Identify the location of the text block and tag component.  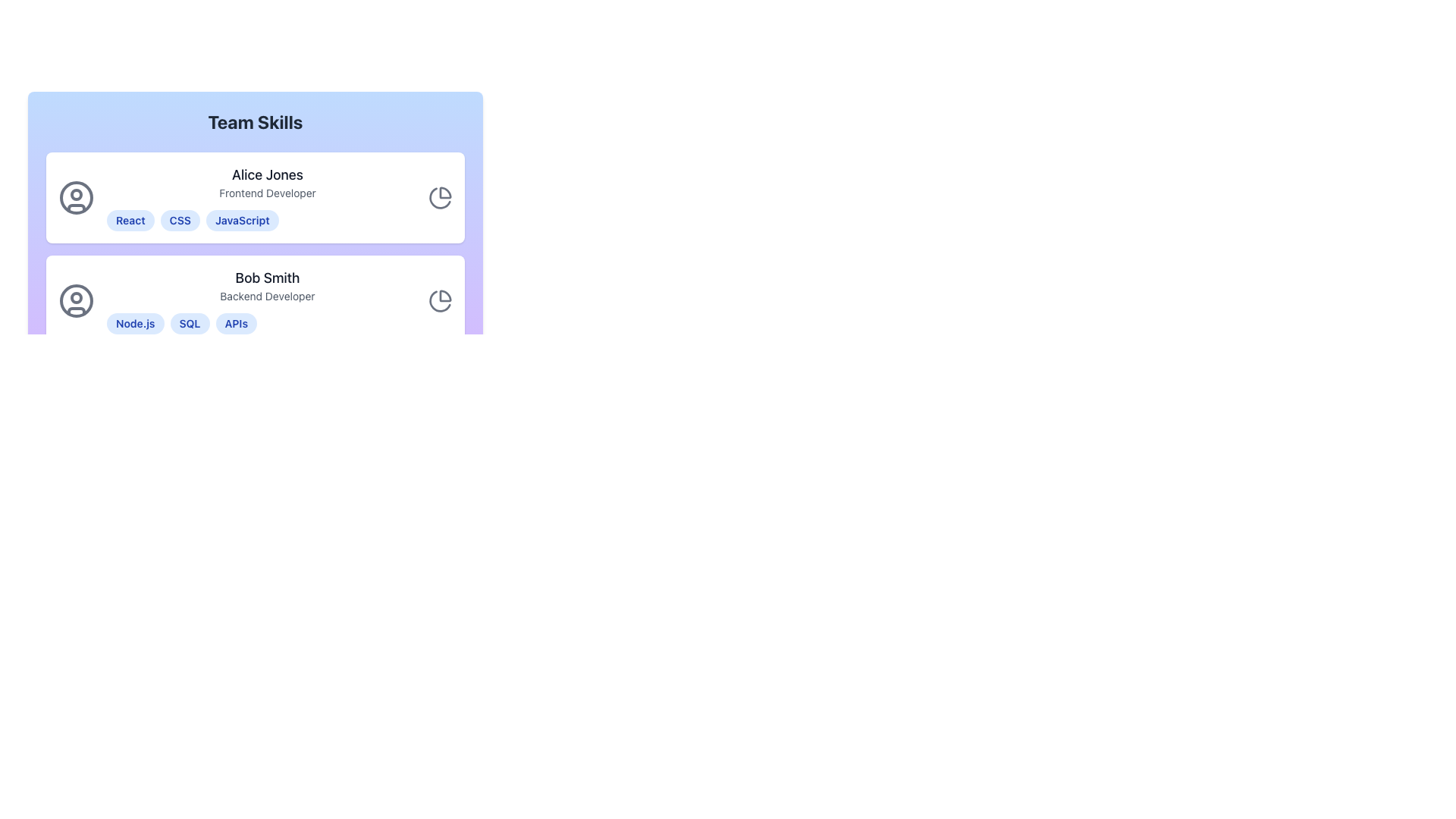
(268, 301).